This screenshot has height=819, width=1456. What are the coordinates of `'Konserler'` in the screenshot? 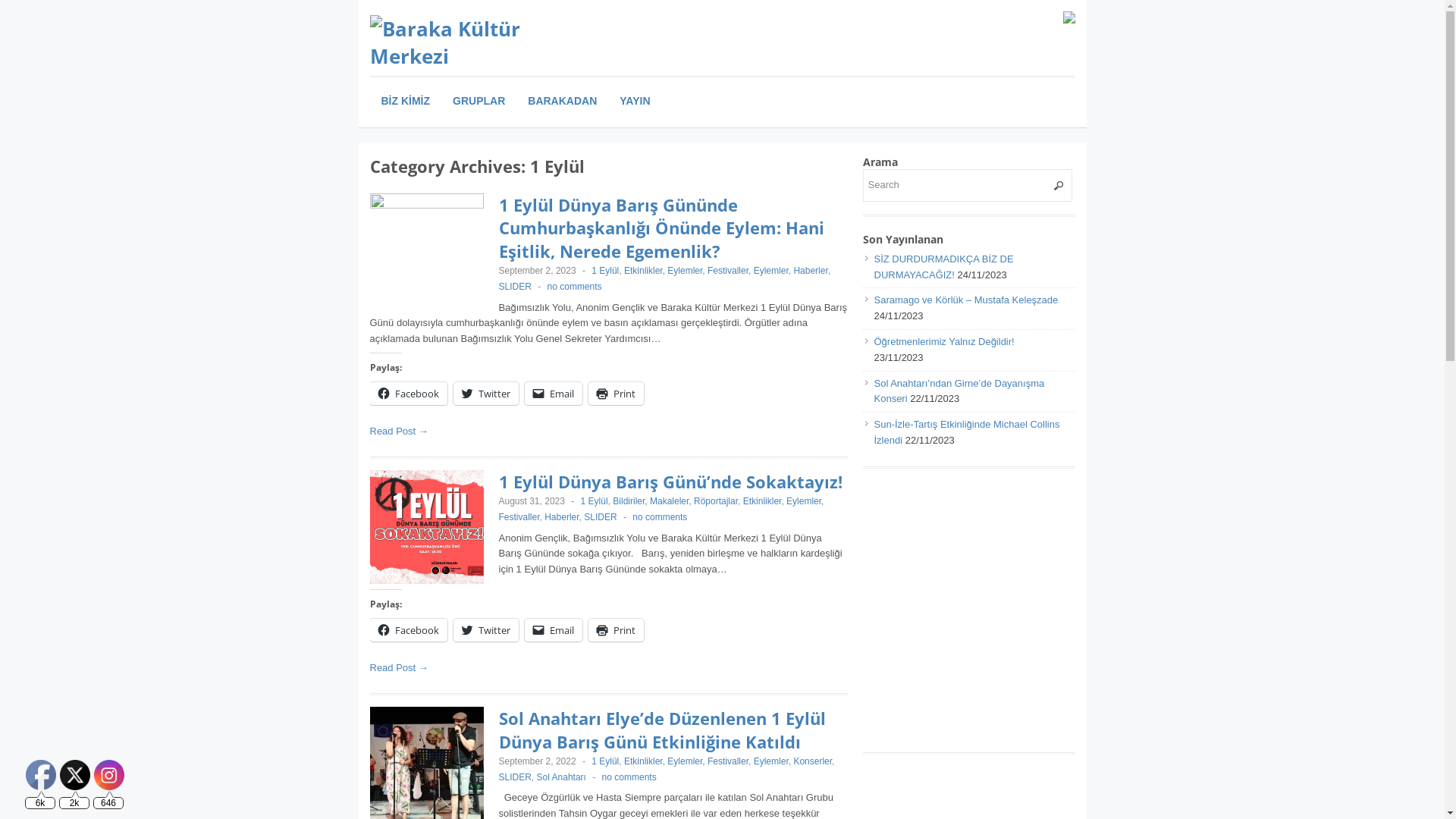 It's located at (811, 761).